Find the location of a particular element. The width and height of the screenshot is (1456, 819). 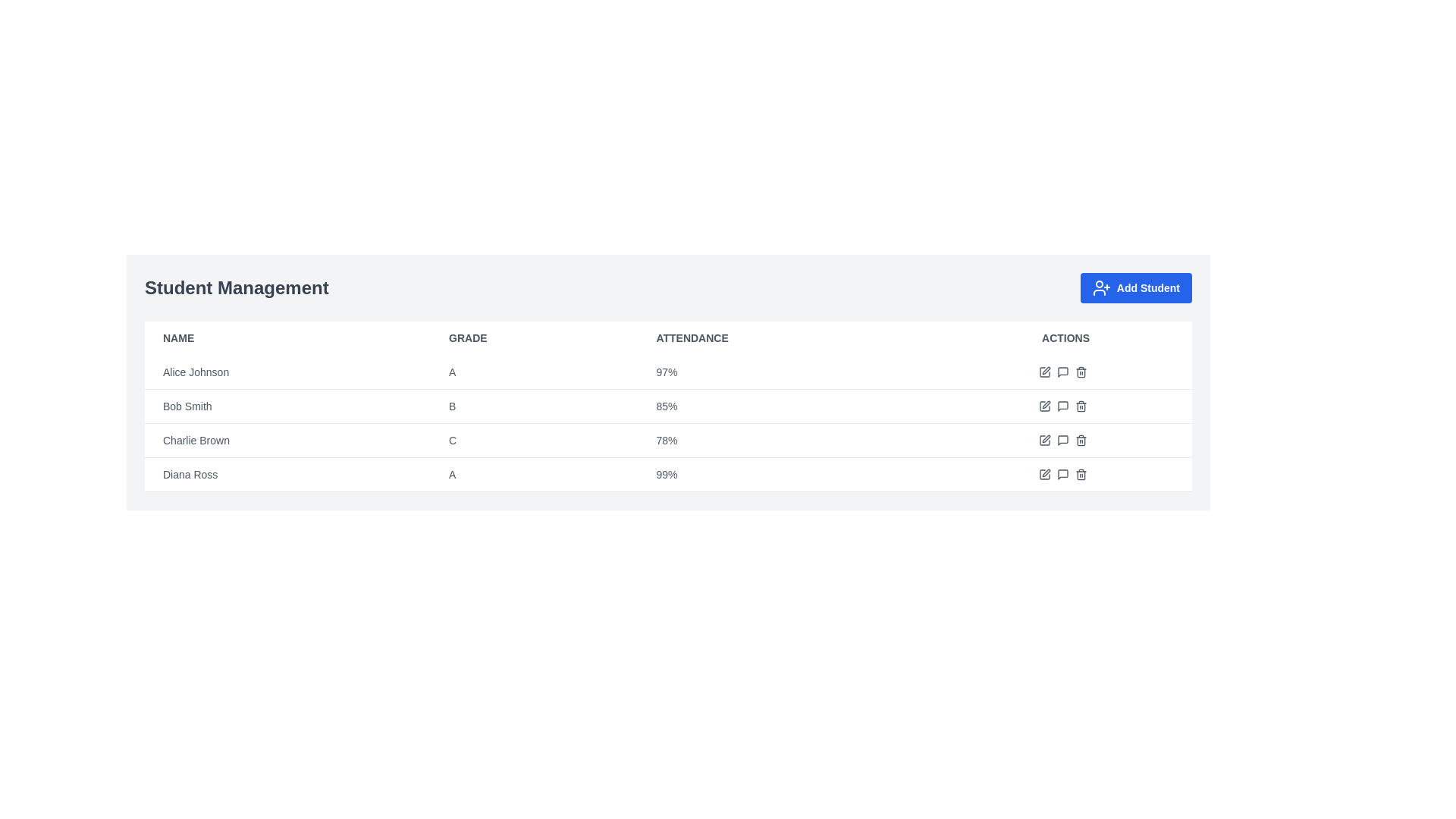

the first icon in the 'Actions' column of the second row of the table, which resembles a square is located at coordinates (1043, 406).